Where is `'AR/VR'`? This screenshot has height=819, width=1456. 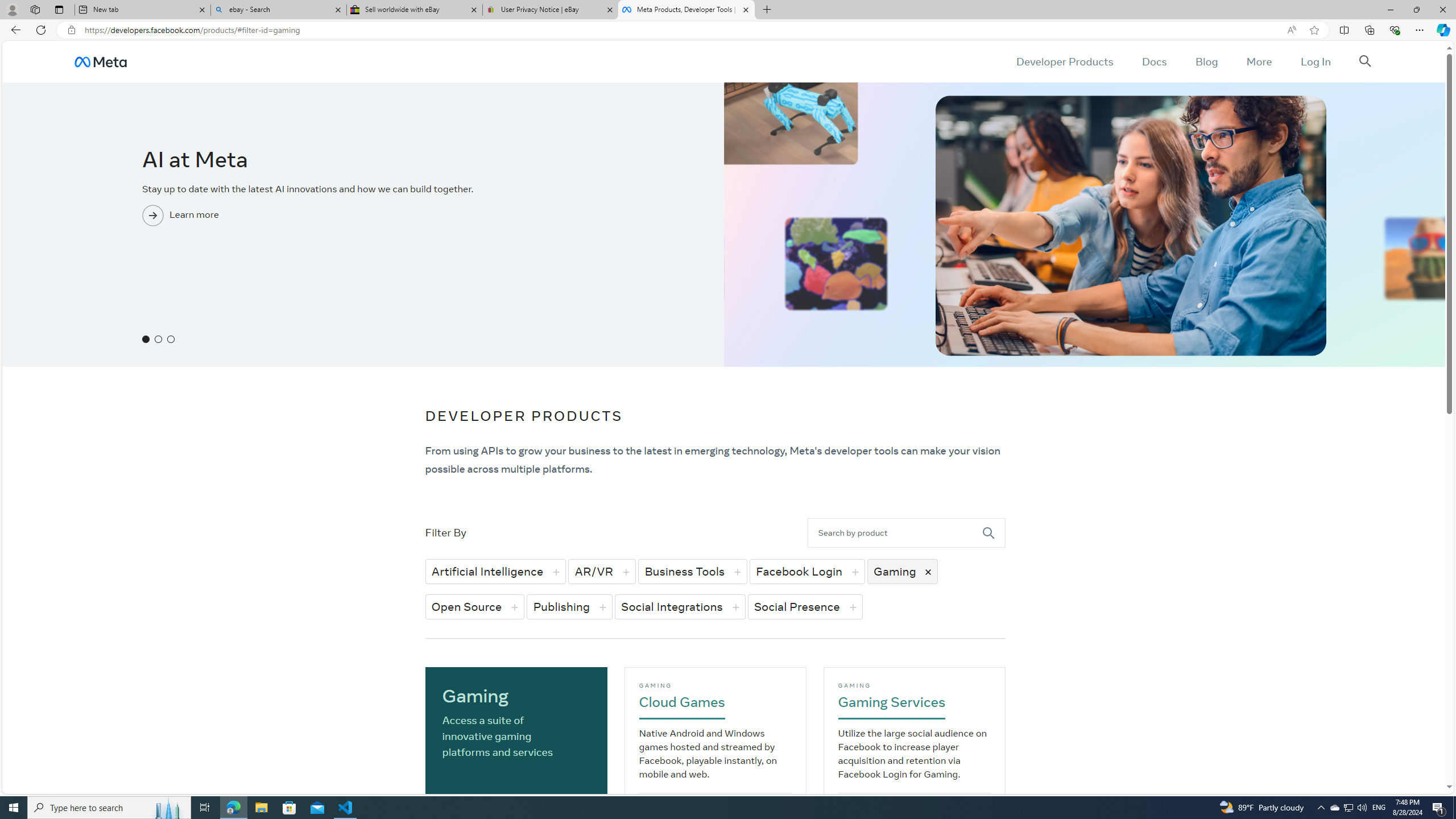
'AR/VR' is located at coordinates (601, 571).